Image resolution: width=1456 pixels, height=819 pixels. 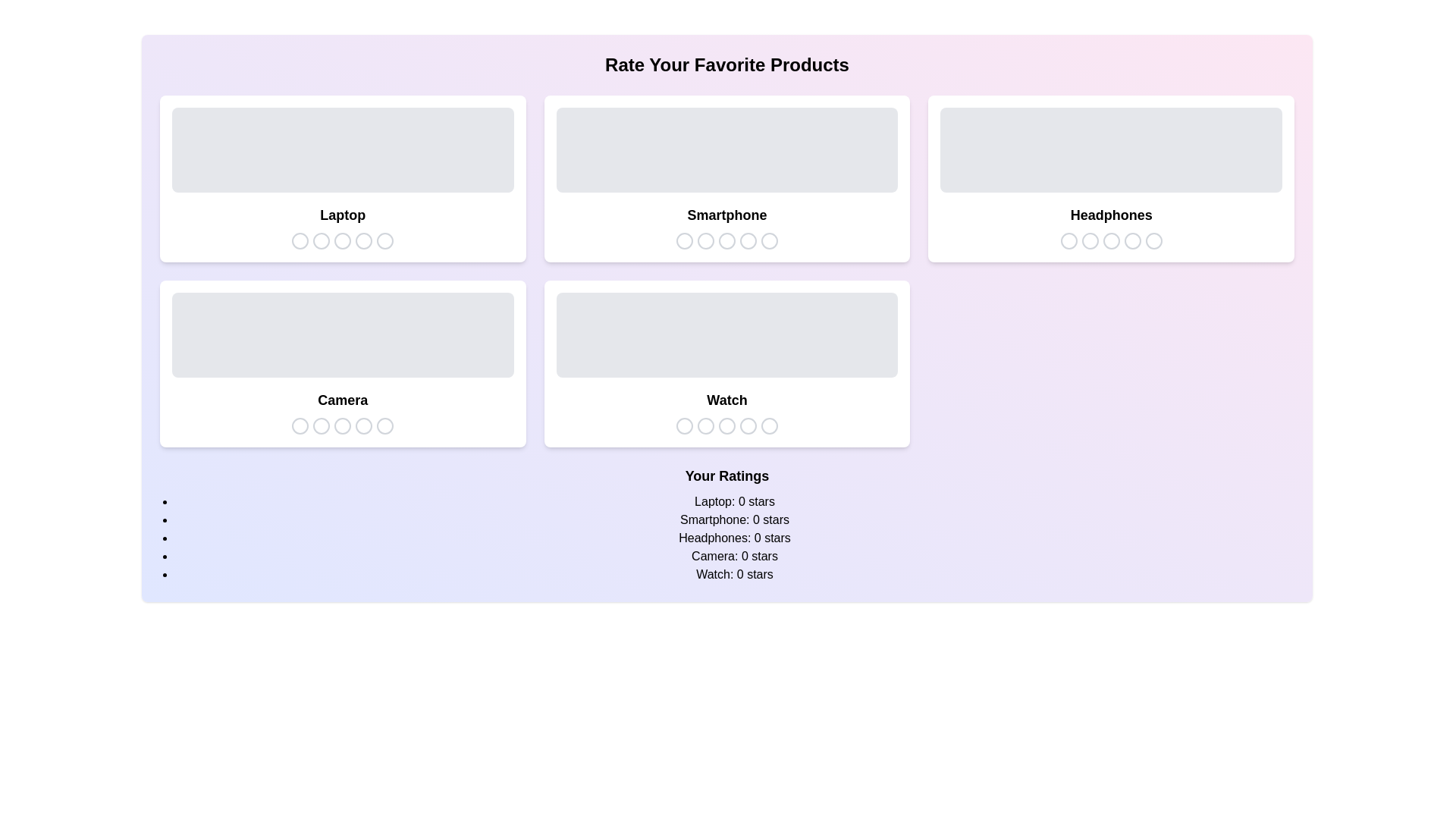 What do you see at coordinates (683, 240) in the screenshot?
I see `the star icon corresponding to 1 stars for the product Smartphone` at bounding box center [683, 240].